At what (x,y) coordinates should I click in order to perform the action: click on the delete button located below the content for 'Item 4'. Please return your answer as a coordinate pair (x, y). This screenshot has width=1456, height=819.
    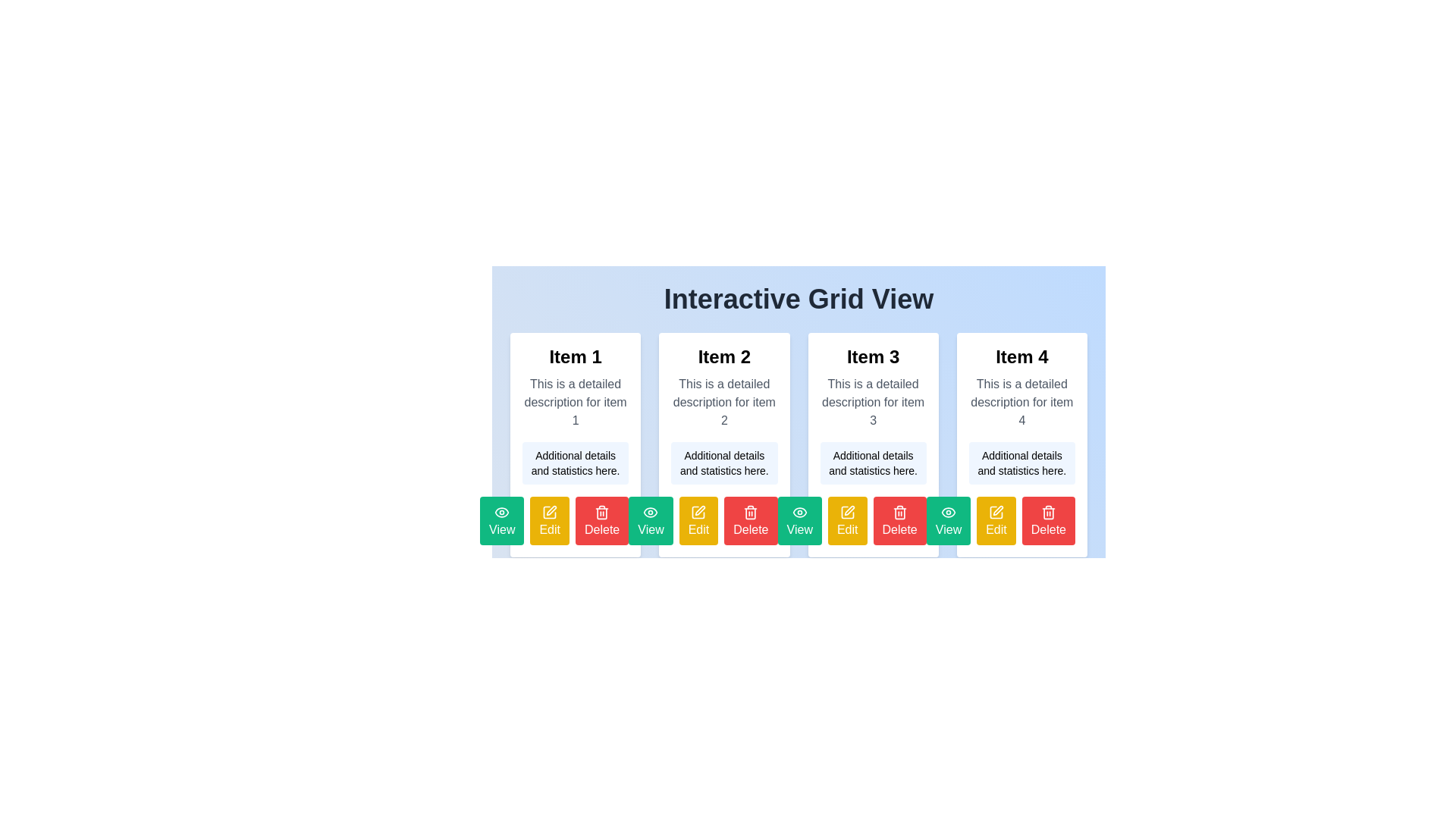
    Looking at the image, I should click on (1047, 519).